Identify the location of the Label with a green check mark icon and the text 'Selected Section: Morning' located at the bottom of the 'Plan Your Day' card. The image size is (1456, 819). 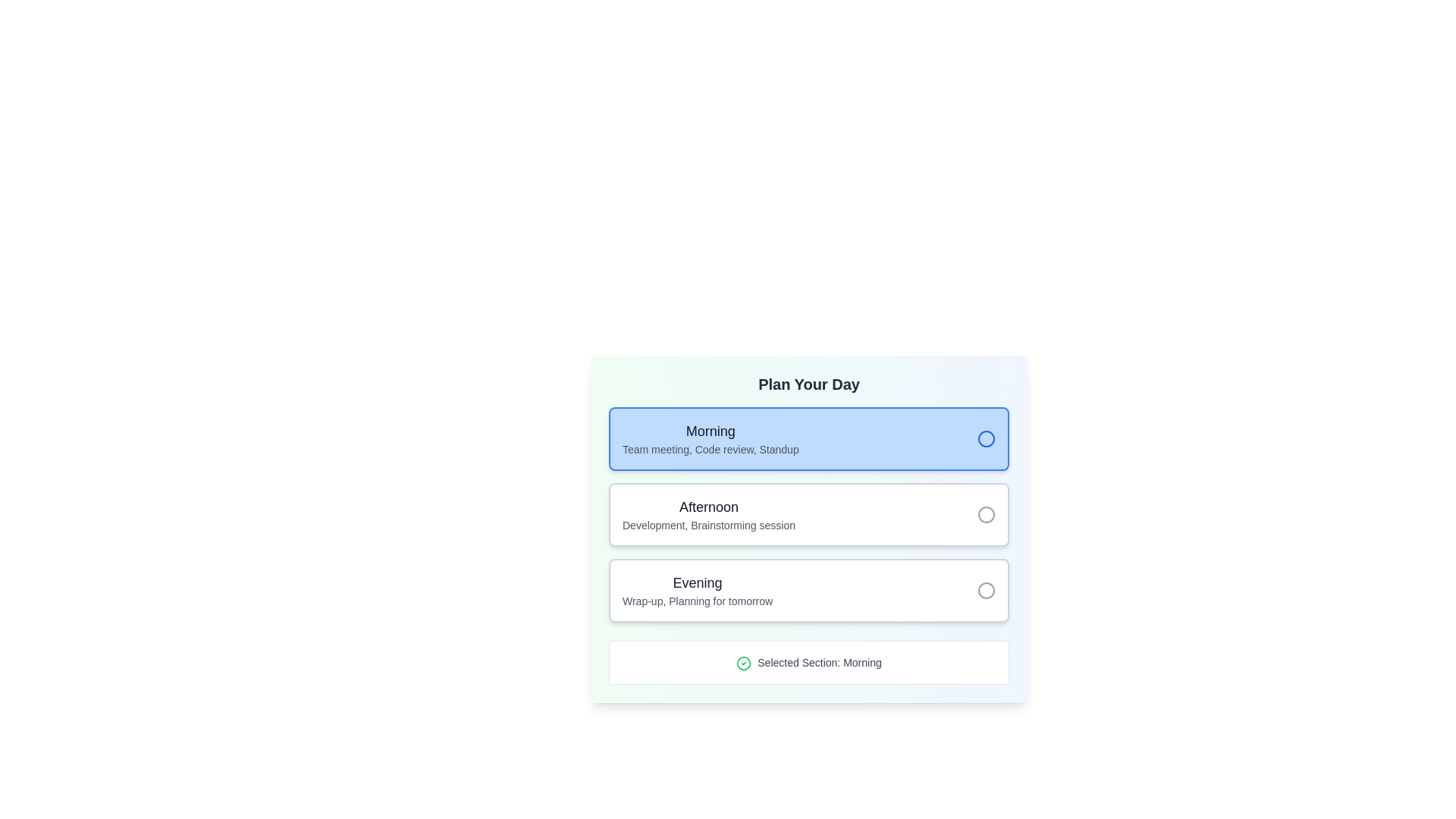
(808, 662).